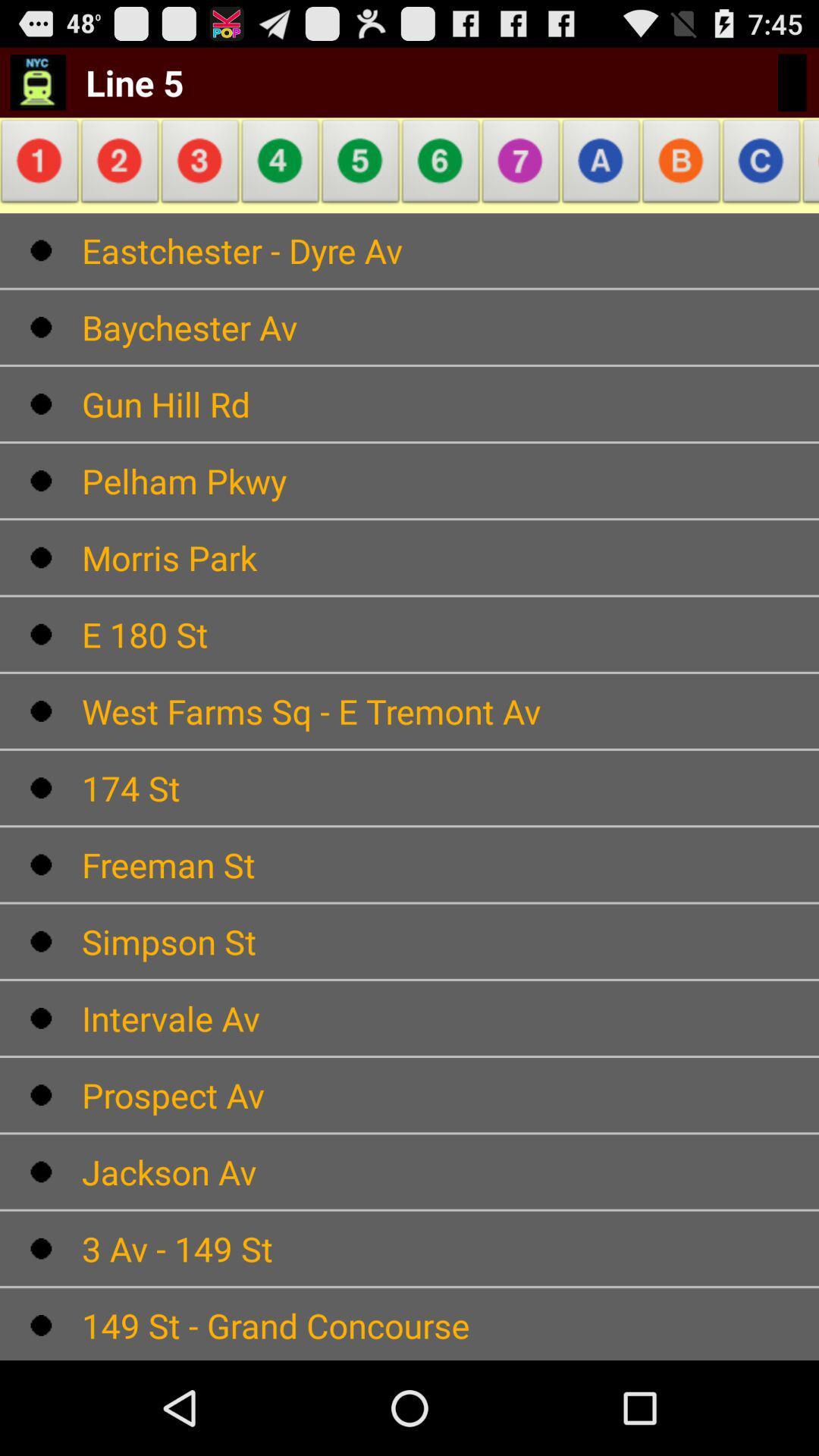 The width and height of the screenshot is (819, 1456). Describe the element at coordinates (360, 177) in the screenshot. I see `the add icon` at that location.